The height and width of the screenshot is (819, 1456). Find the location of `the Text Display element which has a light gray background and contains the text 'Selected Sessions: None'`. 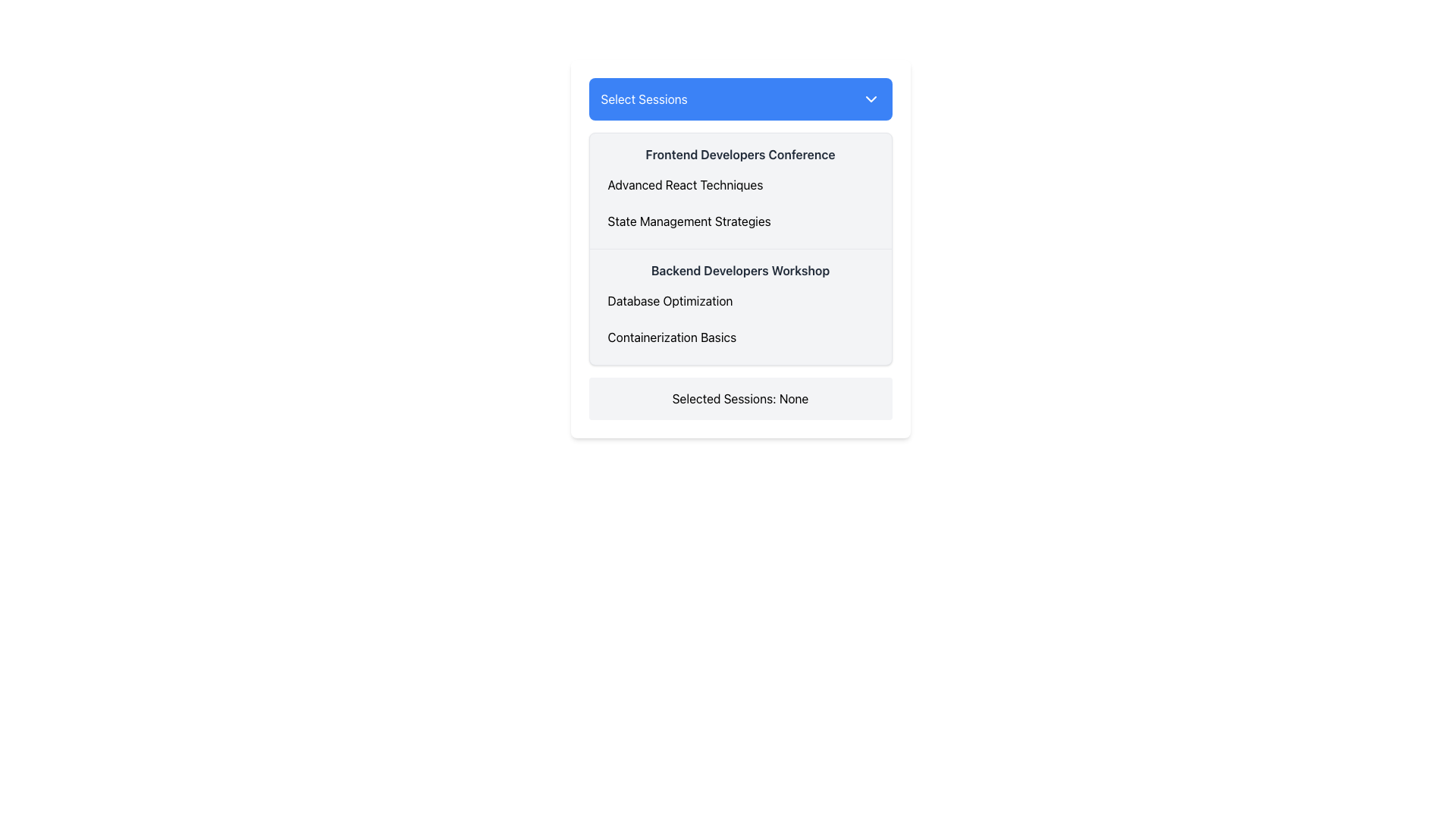

the Text Display element which has a light gray background and contains the text 'Selected Sessions: None' is located at coordinates (740, 397).